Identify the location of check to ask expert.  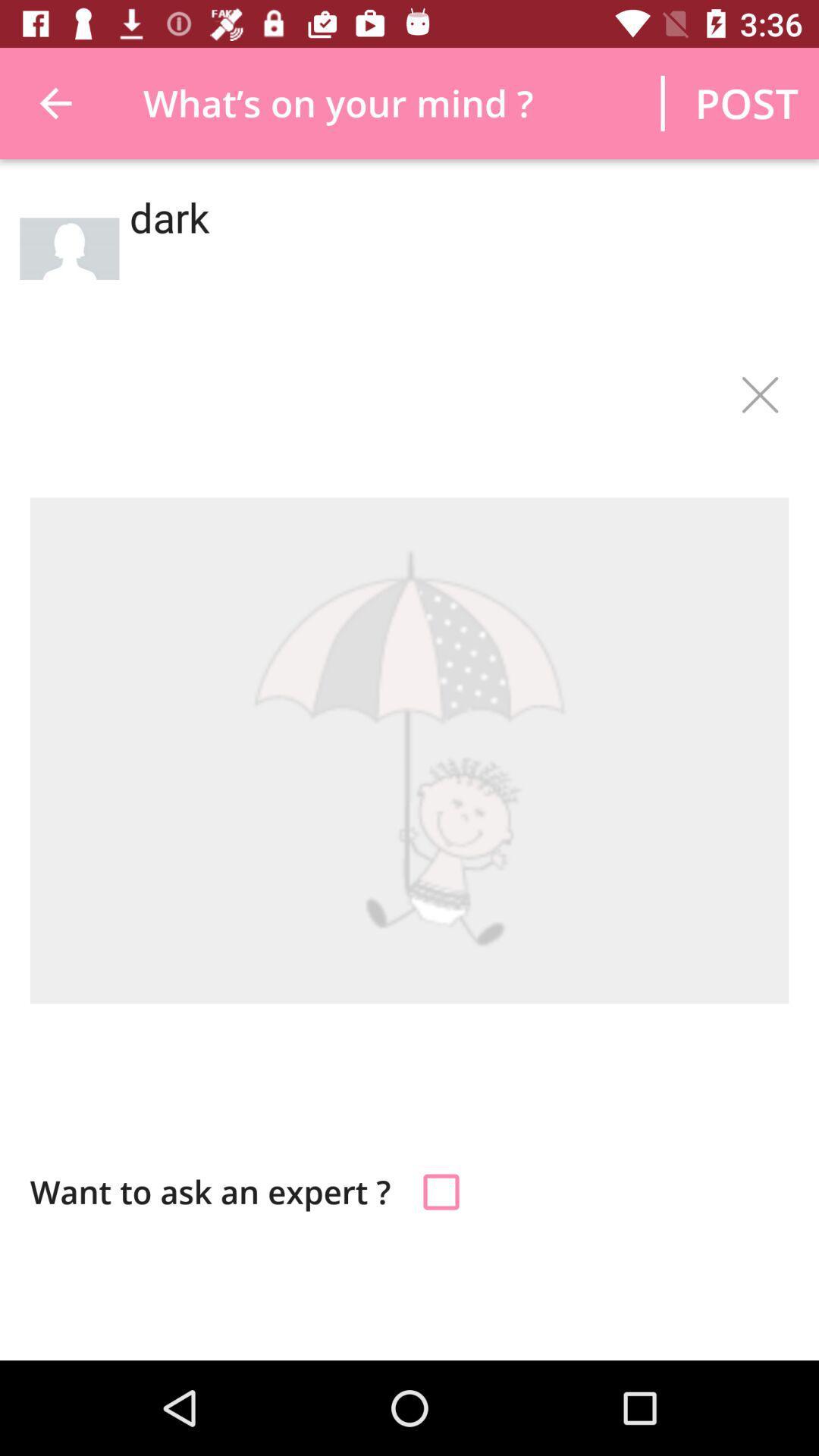
(441, 1191).